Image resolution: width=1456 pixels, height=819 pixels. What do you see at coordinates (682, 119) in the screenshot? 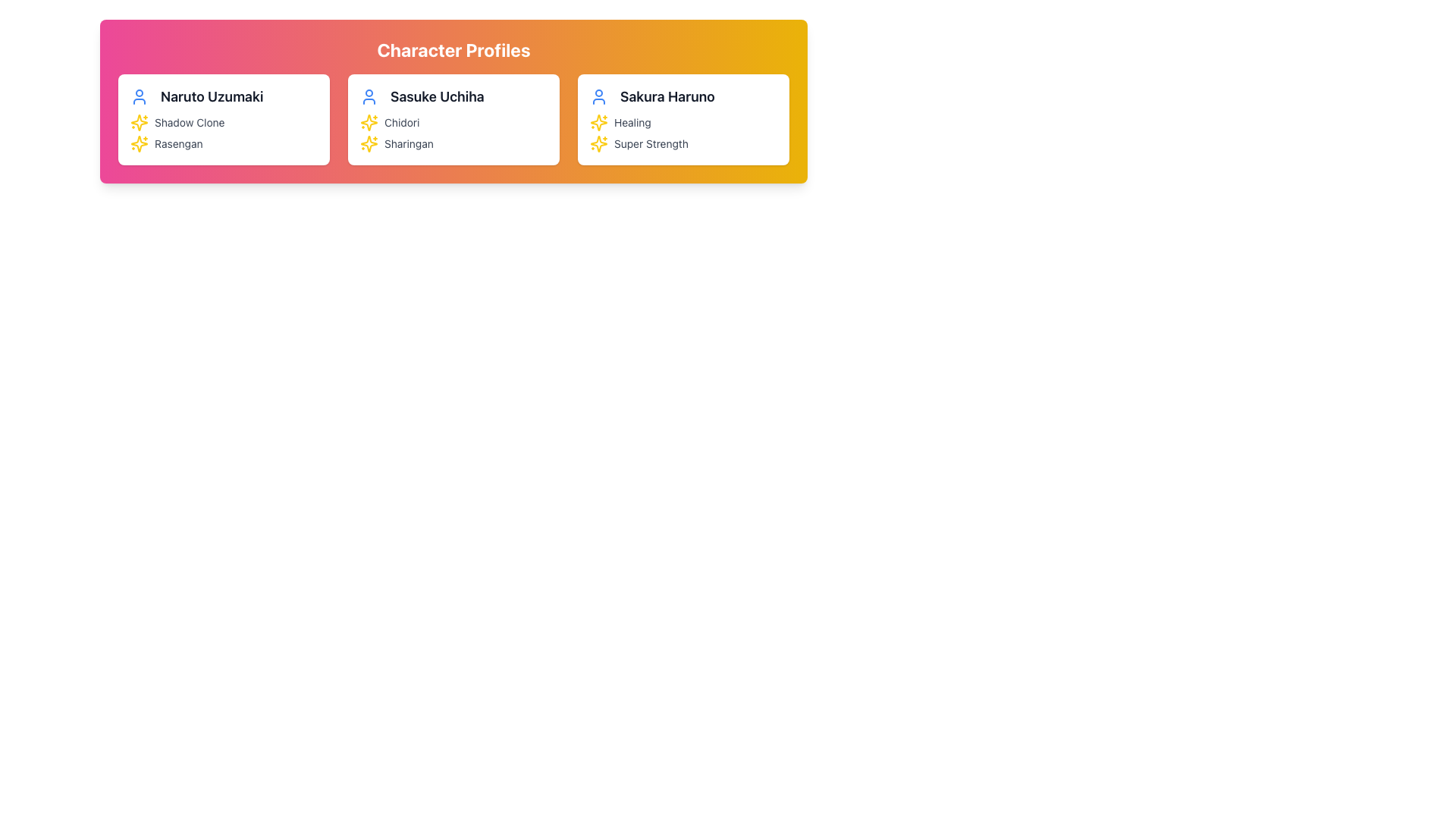
I see `textual content of the character information card for 'Sakura Haruno', which is the third card in a grid layout positioned on the far right` at bounding box center [682, 119].